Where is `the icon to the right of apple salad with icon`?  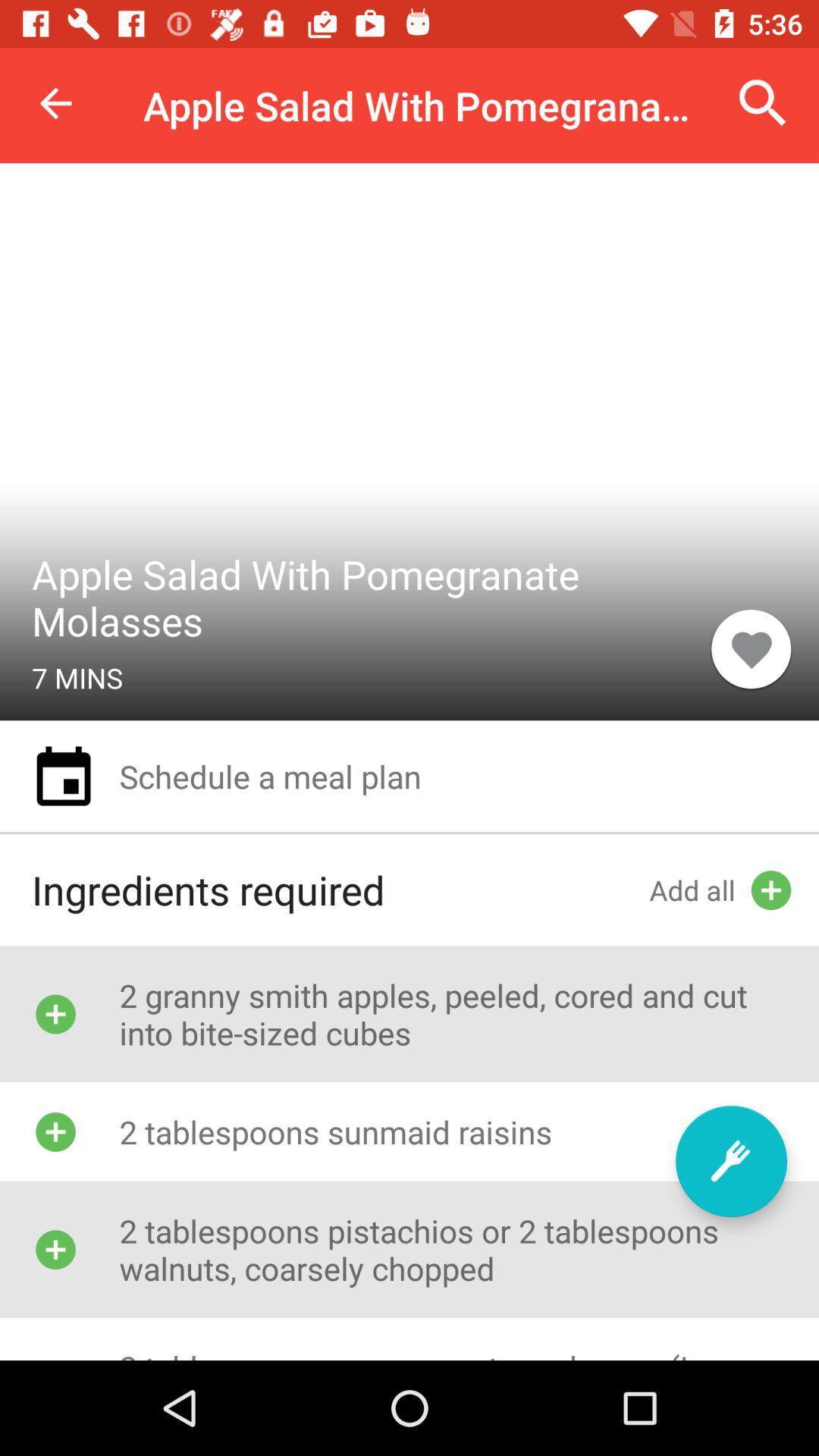
the icon to the right of apple salad with icon is located at coordinates (763, 102).